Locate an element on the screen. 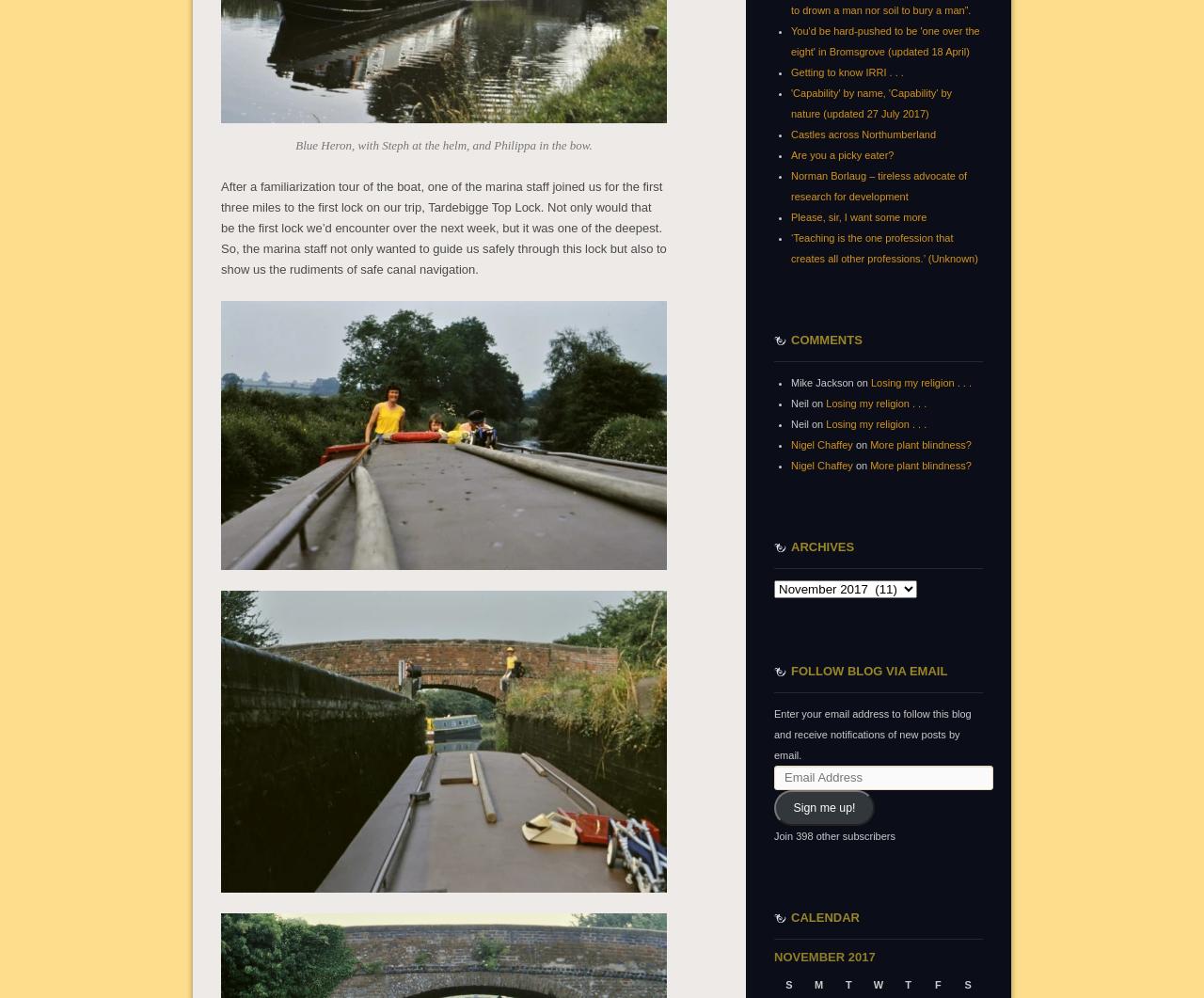 Image resolution: width=1204 pixels, height=998 pixels. 'After a familiarization tour of the boat, one of the marina staff joined us for the first three miles to the first lock on our trip, Tardebigge Top Lock. Not only would that be the first lock we’d encounter over the next week, but it was one of the deepest. So, the marina staff not only wanted to guide us safely through this lock but also to show us the rudiments of safe canal navigation.' is located at coordinates (442, 226).